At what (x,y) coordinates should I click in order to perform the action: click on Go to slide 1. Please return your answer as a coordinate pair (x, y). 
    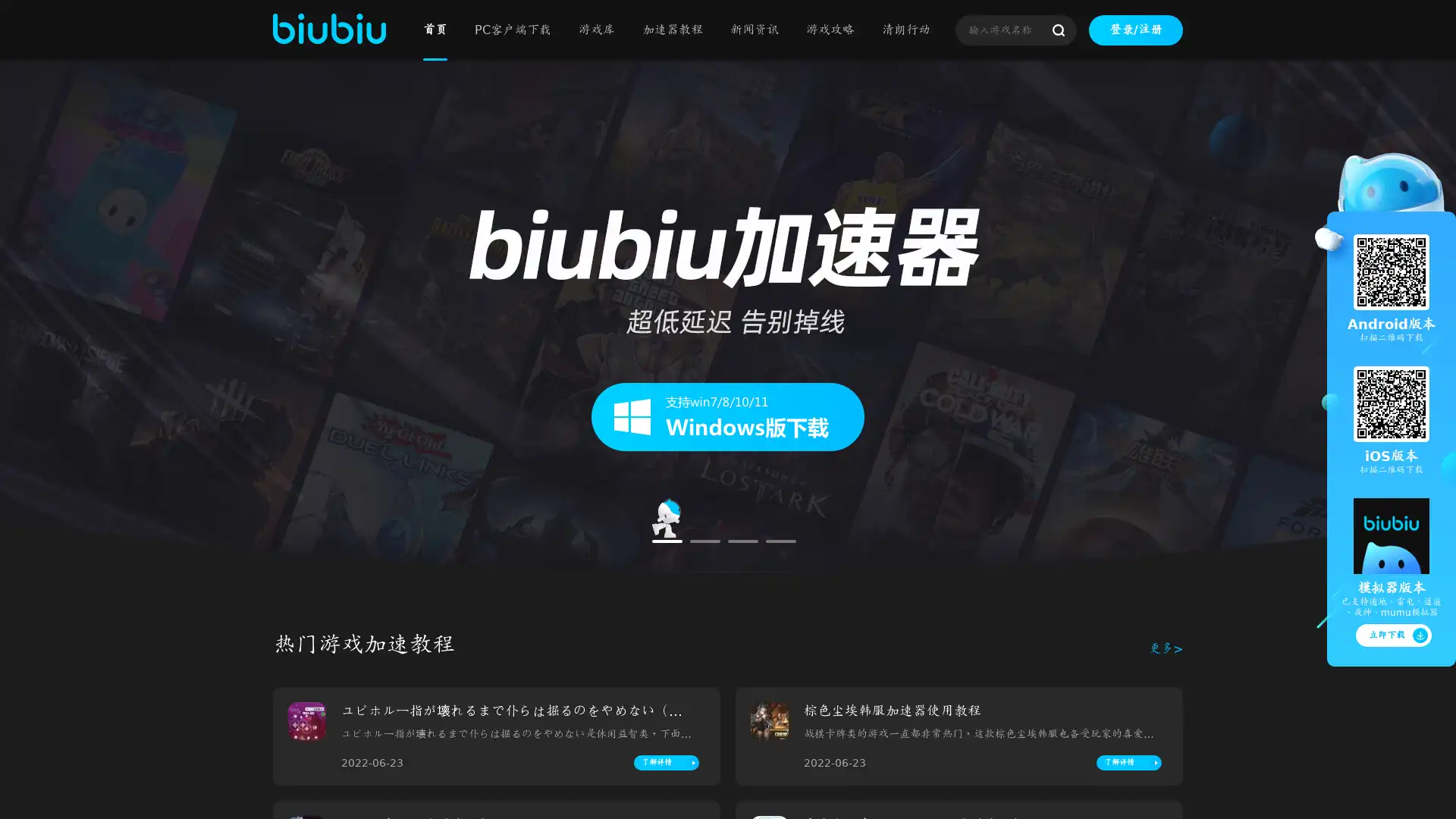
    Looking at the image, I should click on (667, 516).